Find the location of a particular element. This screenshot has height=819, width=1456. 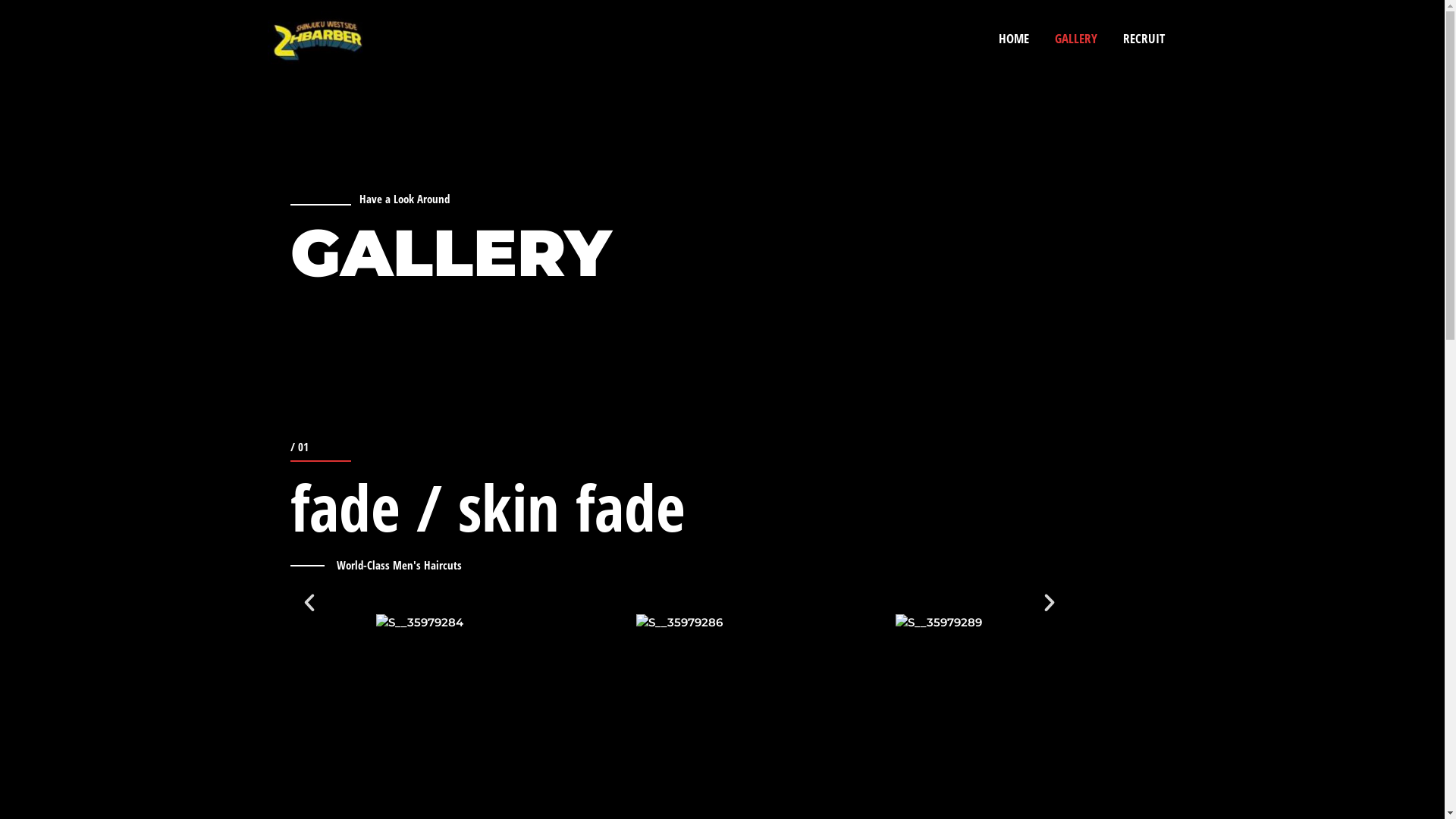

'GALLERY' is located at coordinates (1075, 37).